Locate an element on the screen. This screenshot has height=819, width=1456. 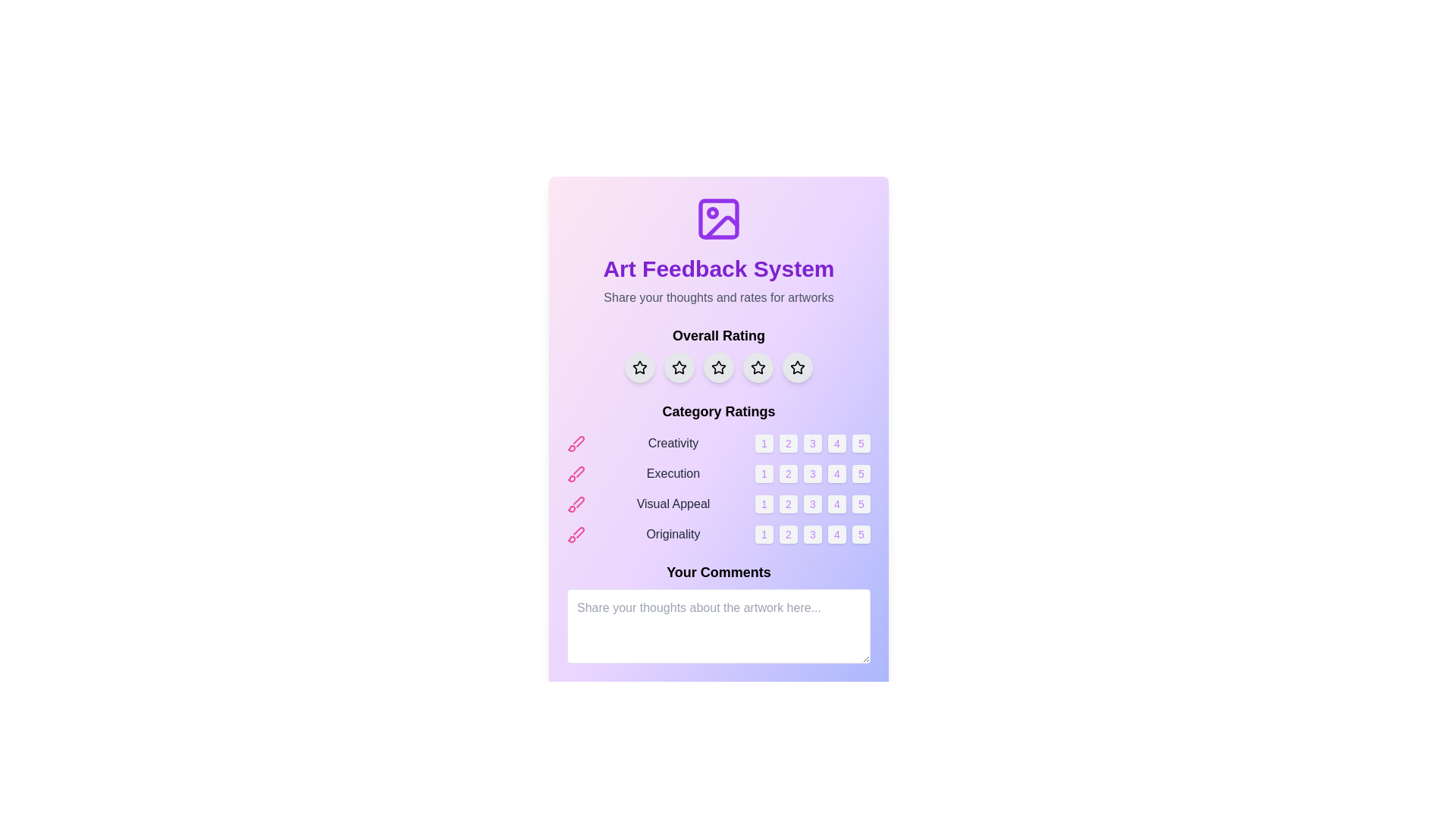
the icon located to the left of the 'Visual Appeal' label in the 'Category Ratings' section, which is the third icon in a vertical list of similar icons is located at coordinates (578, 502).